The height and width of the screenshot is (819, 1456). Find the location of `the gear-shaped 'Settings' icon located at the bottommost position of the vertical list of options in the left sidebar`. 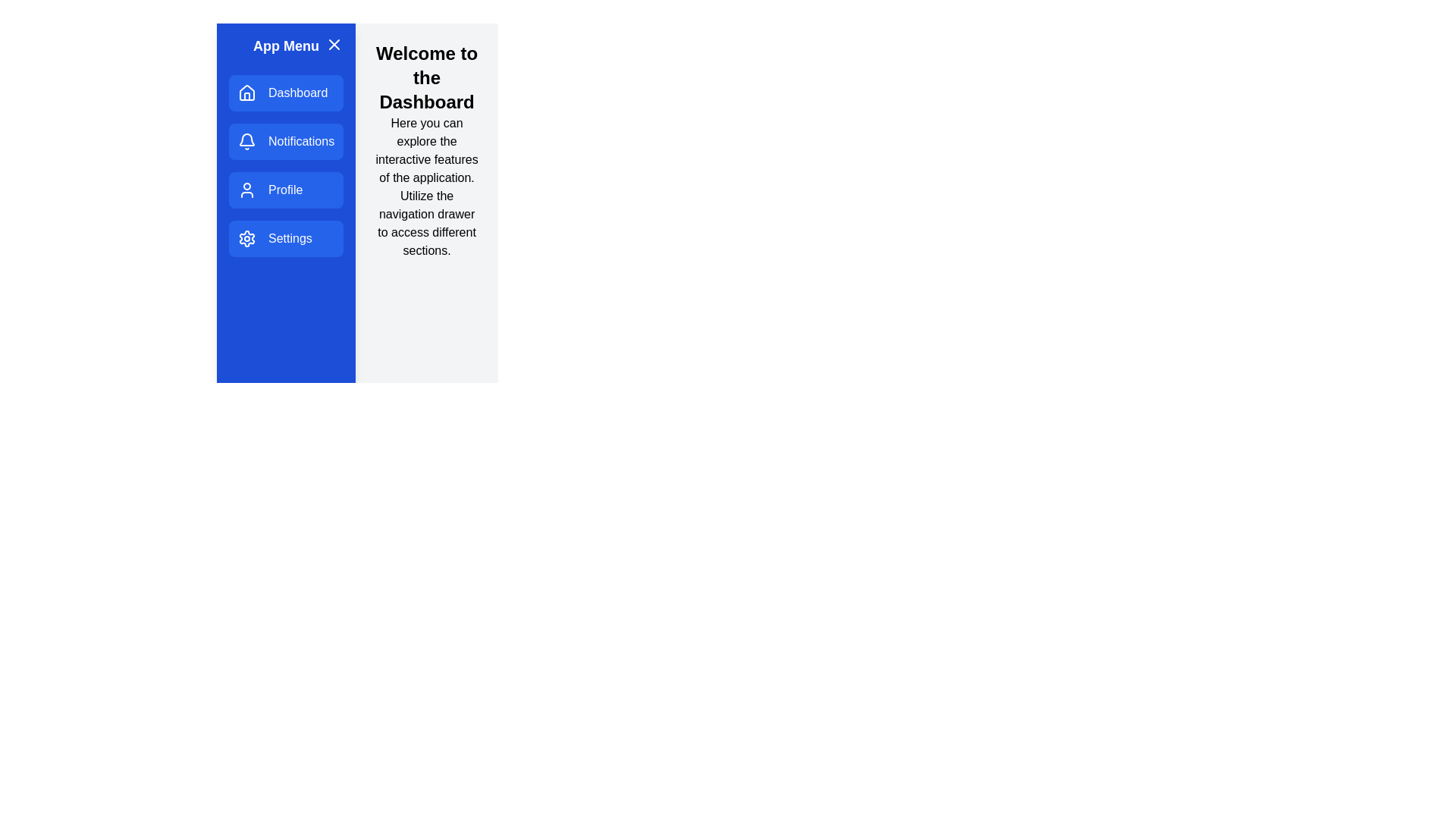

the gear-shaped 'Settings' icon located at the bottommost position of the vertical list of options in the left sidebar is located at coordinates (247, 239).